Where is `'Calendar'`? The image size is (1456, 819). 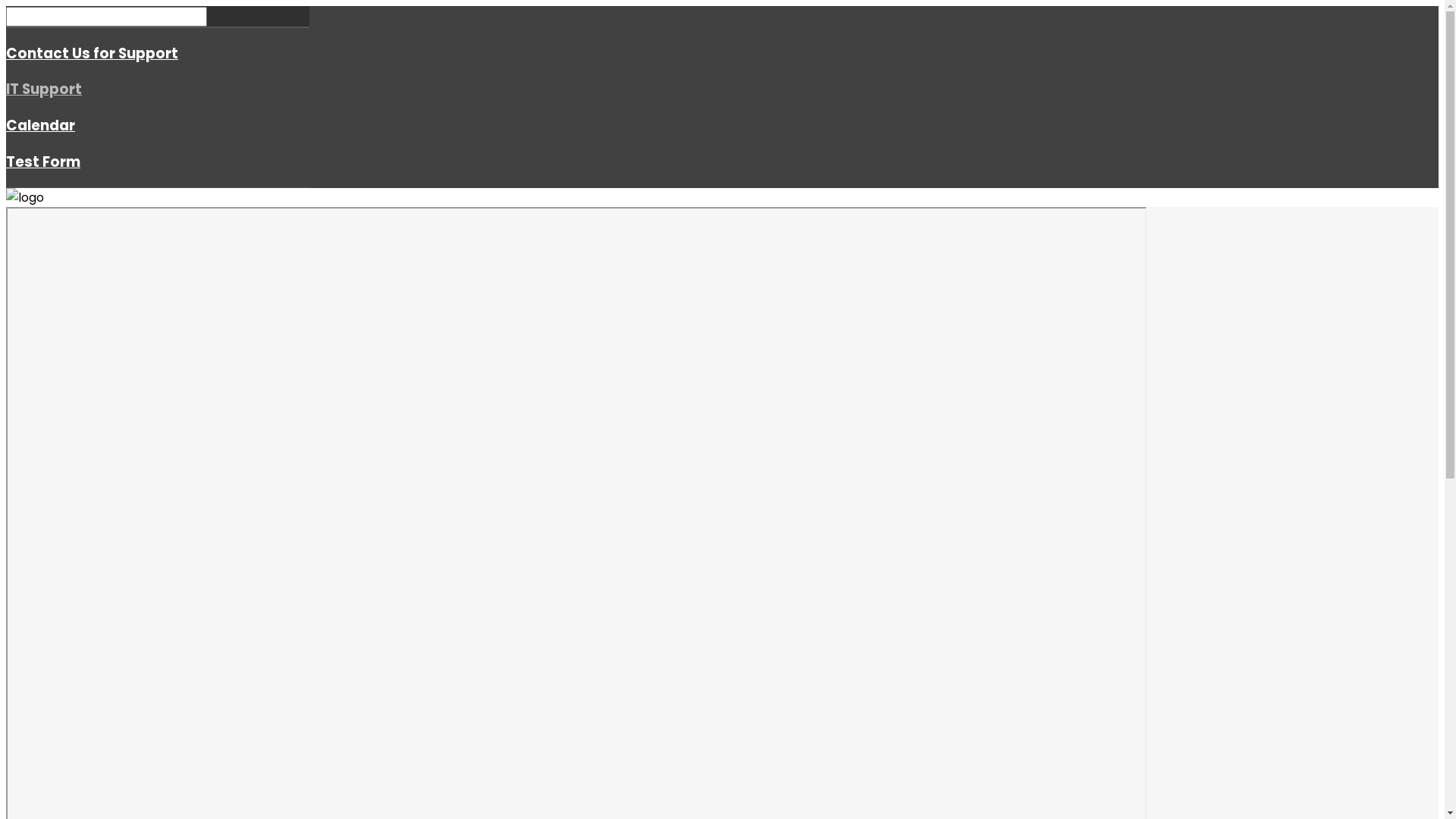 'Calendar' is located at coordinates (40, 124).